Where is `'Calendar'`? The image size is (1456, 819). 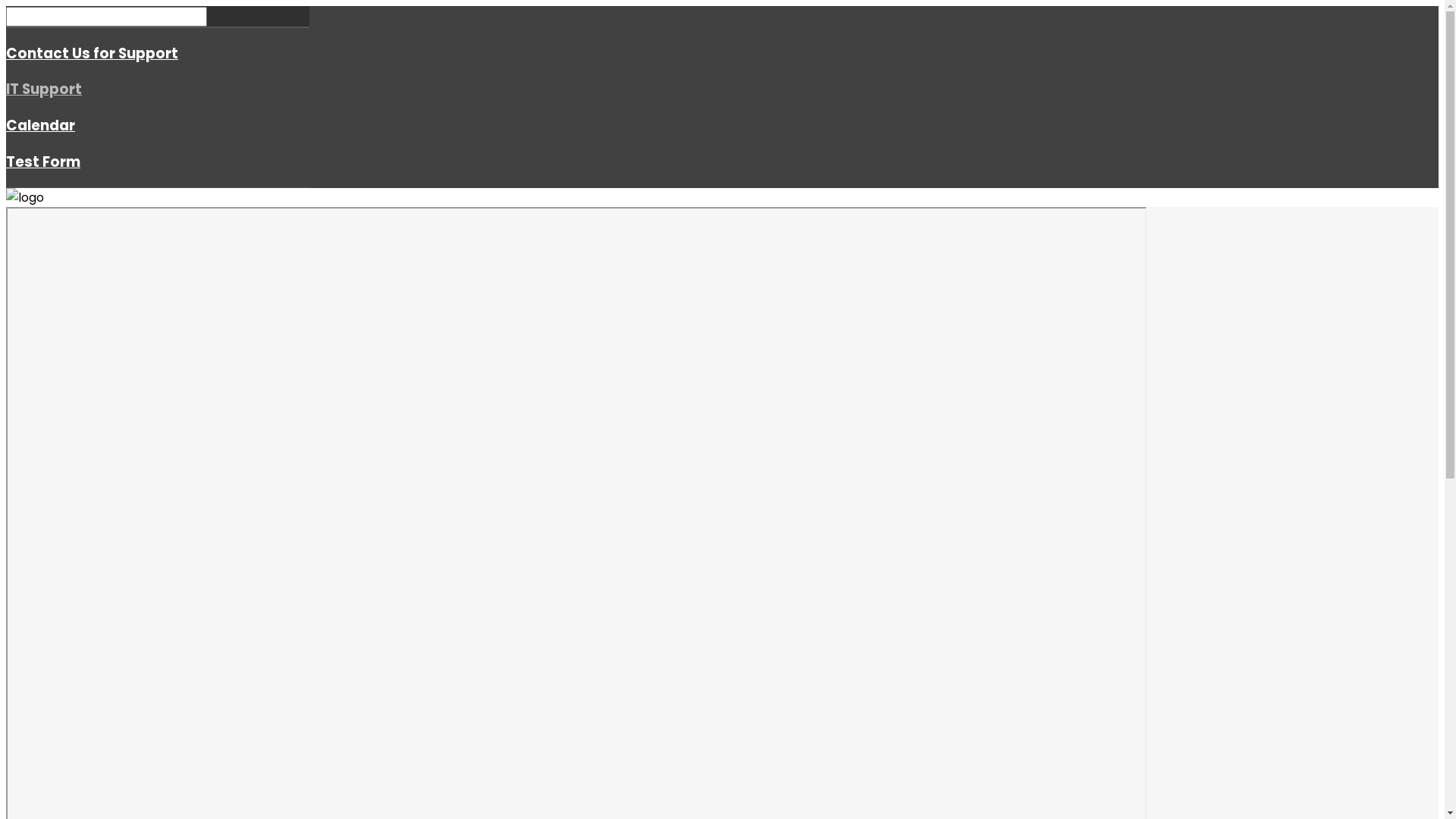 'Calendar' is located at coordinates (40, 124).